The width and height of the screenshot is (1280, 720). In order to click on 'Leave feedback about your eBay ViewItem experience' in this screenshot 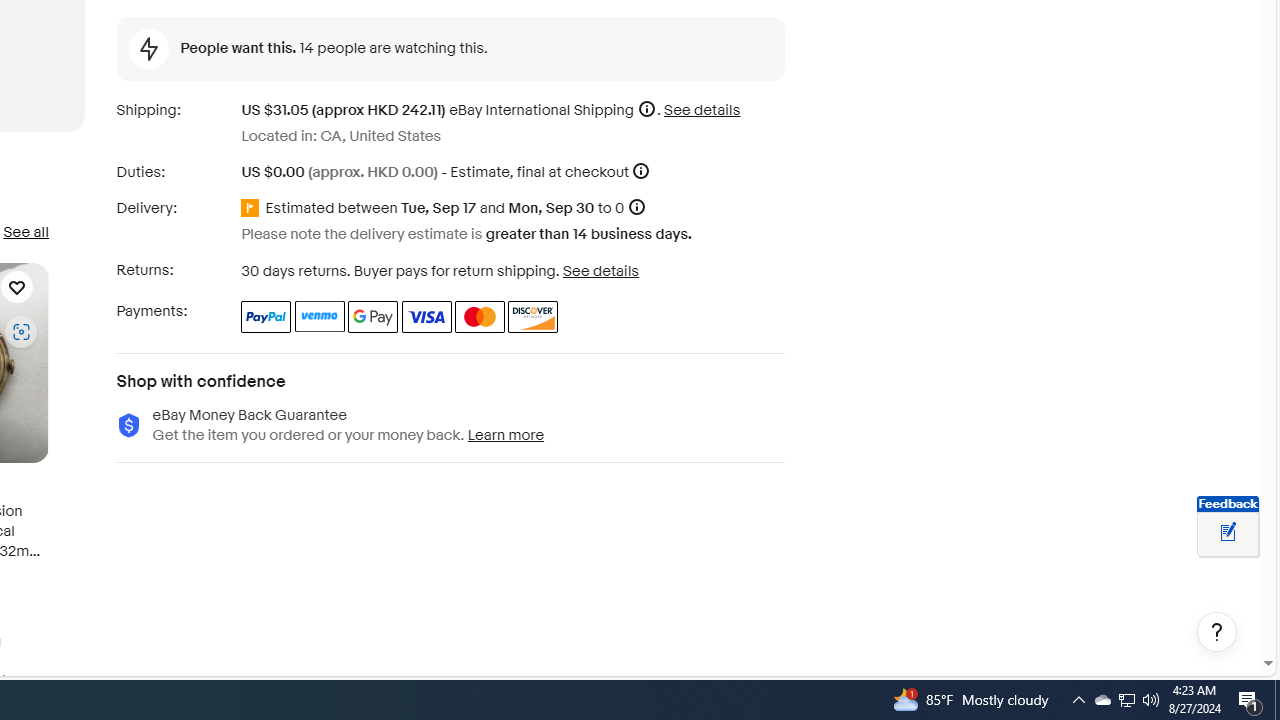, I will do `click(1227, 532)`.